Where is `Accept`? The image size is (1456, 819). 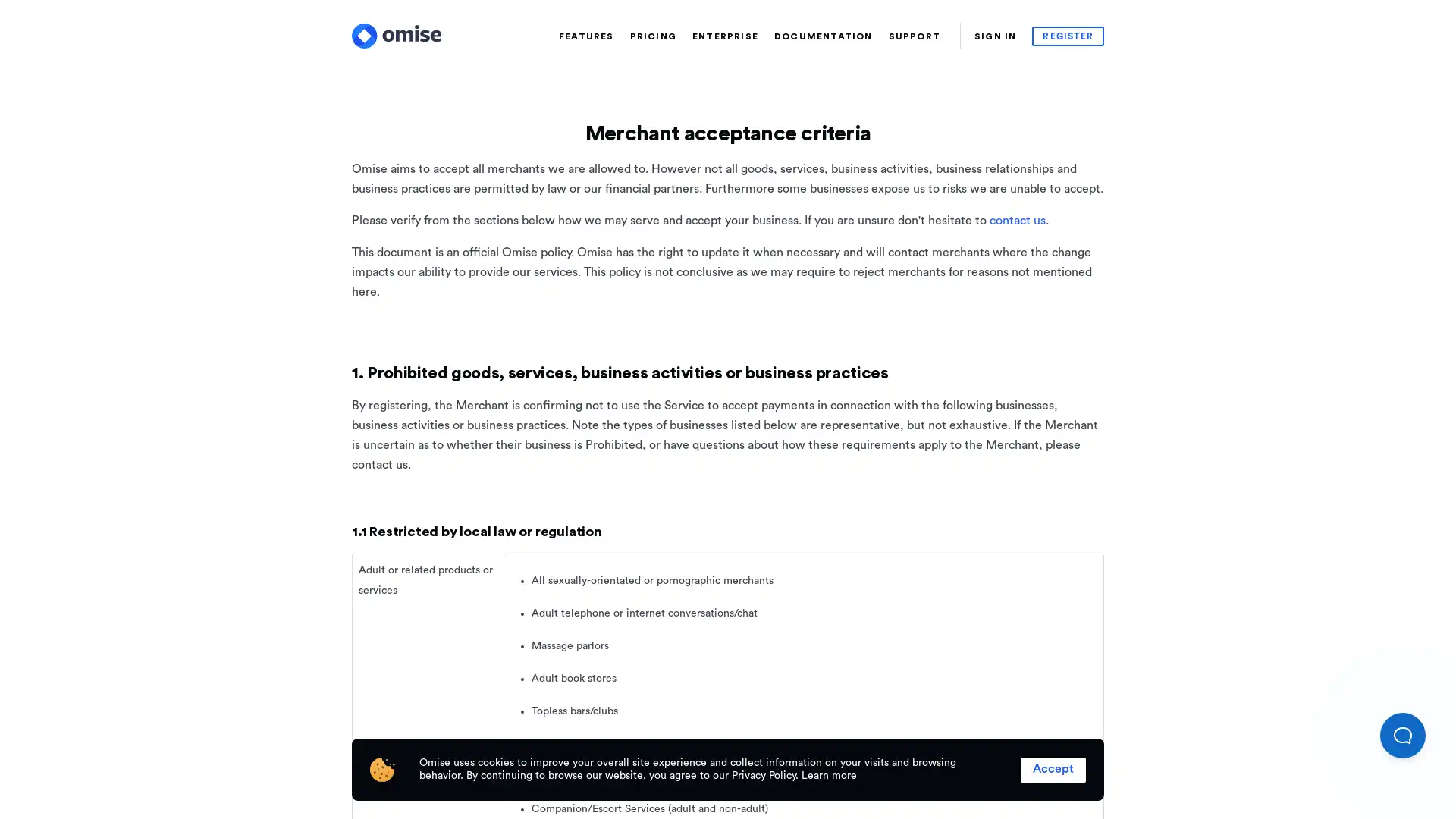
Accept is located at coordinates (1052, 769).